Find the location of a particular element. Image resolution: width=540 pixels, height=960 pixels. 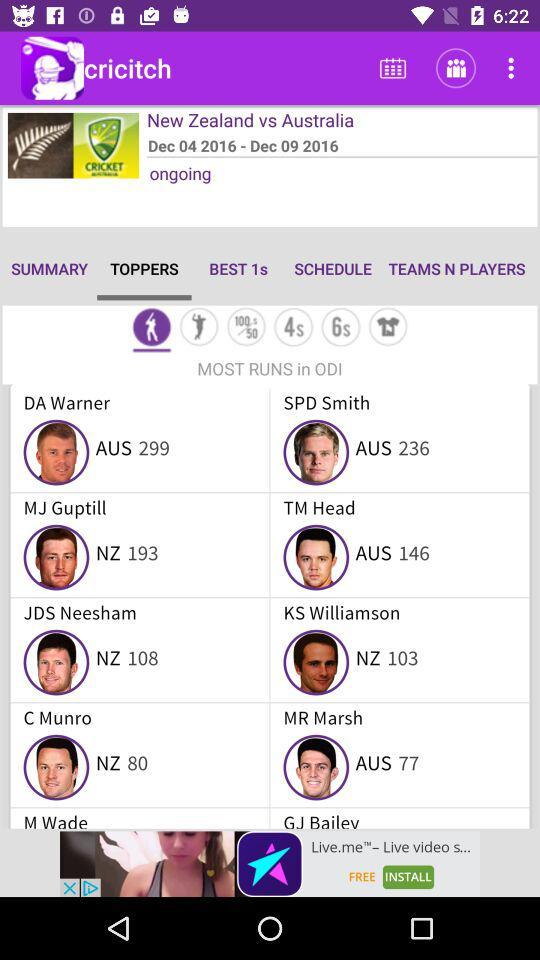

4s button is located at coordinates (292, 329).